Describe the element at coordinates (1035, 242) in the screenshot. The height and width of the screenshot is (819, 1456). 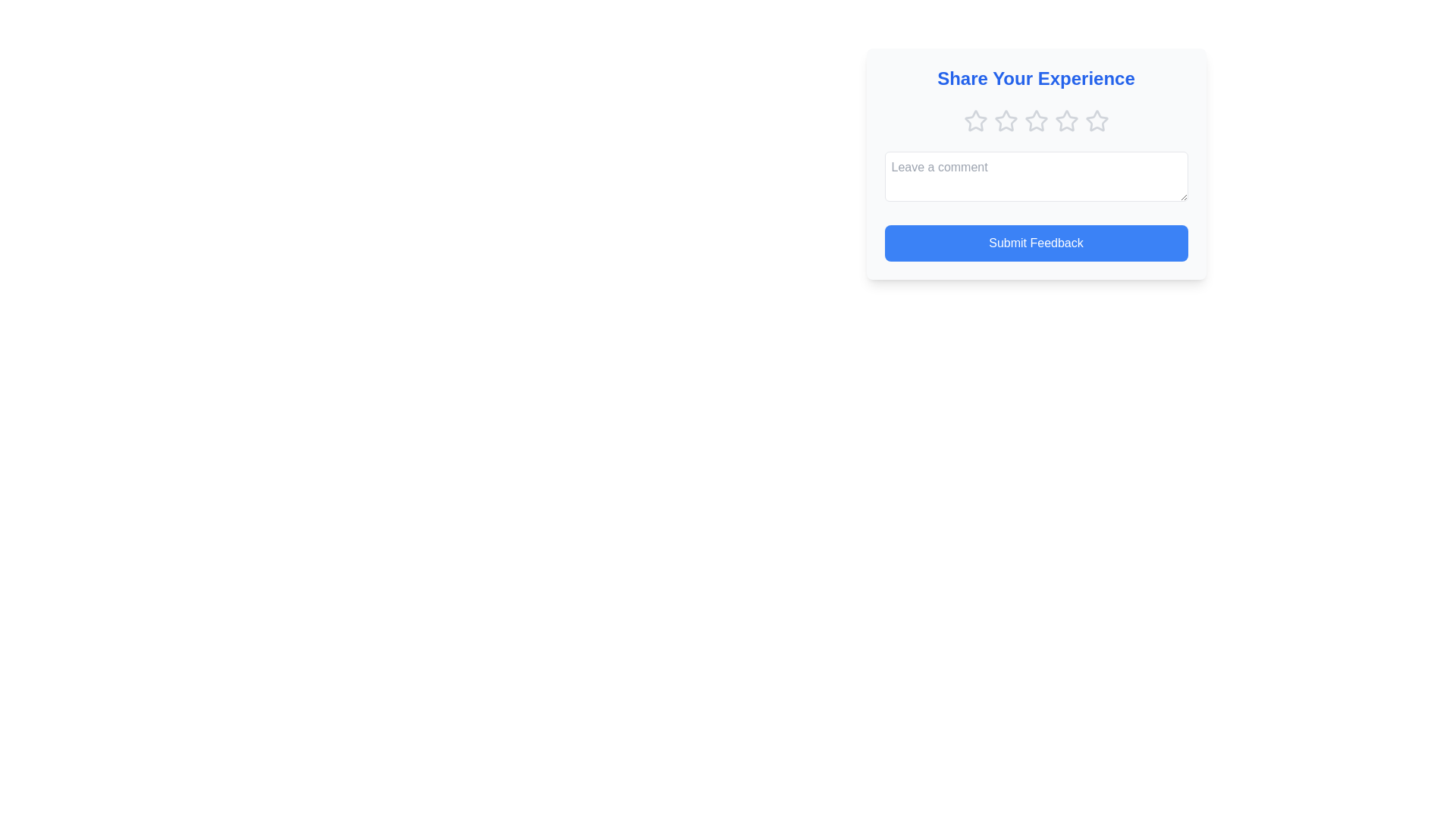
I see `the feedback submission button located at the bottom of the 'Share Your Experience' section to observe visual changes` at that location.